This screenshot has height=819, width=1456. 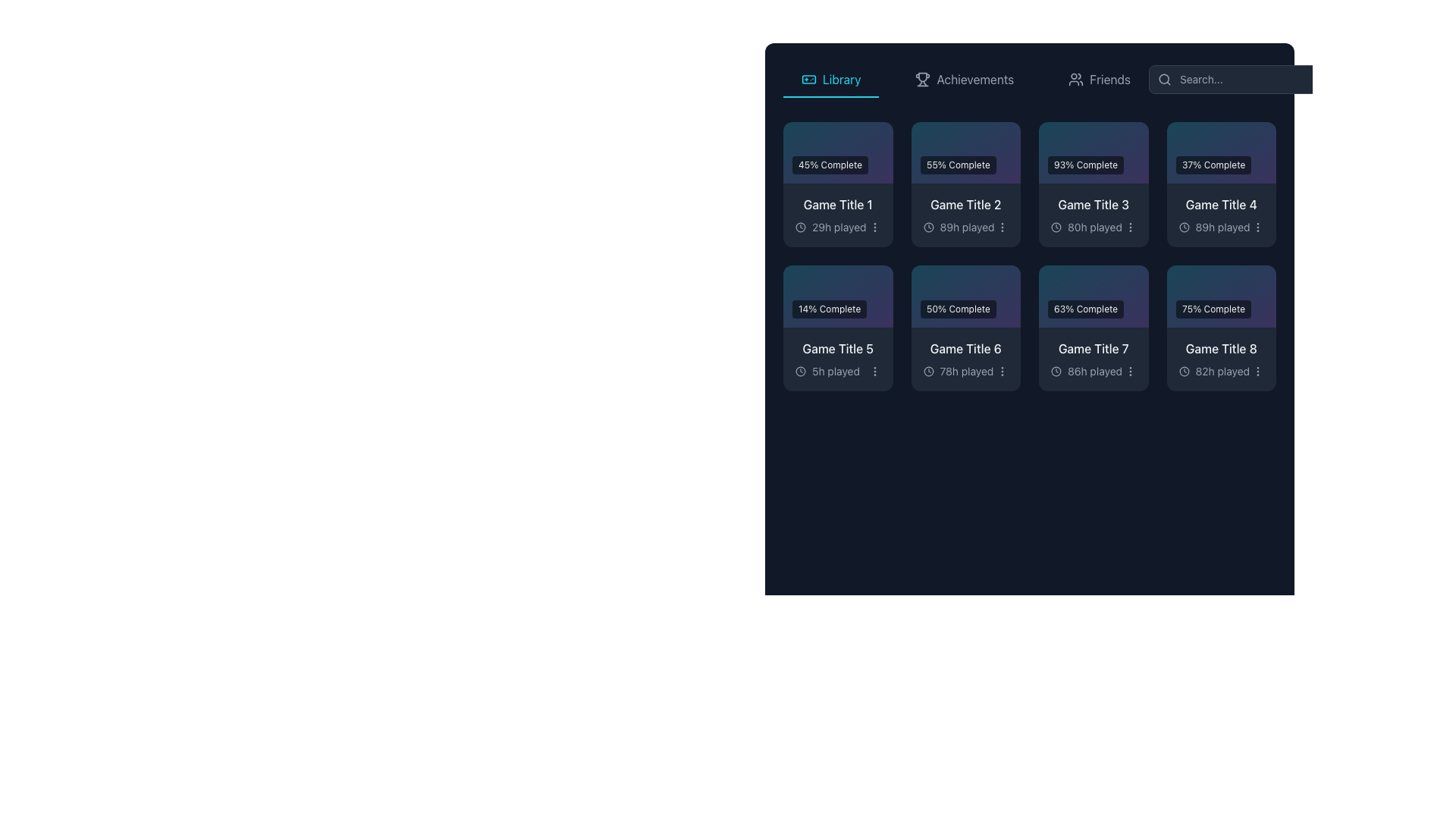 I want to click on the 'Friends' icon, which resembles a small group of people, located in the upper central navigation bar, so click(x=1075, y=79).